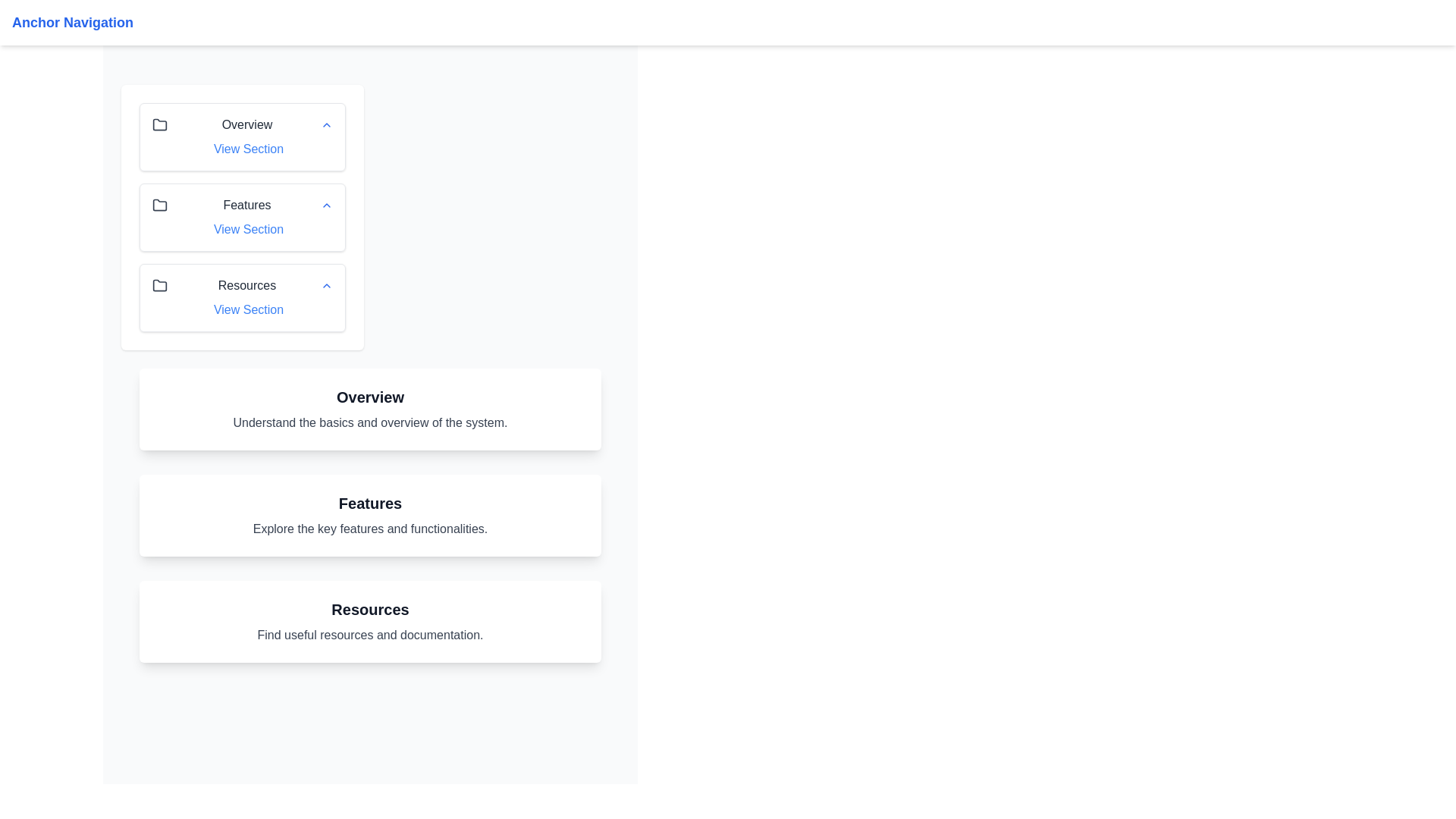  I want to click on the 'View Section' hyperlink styled in blue that appears under the 'Overview' label, so click(248, 149).